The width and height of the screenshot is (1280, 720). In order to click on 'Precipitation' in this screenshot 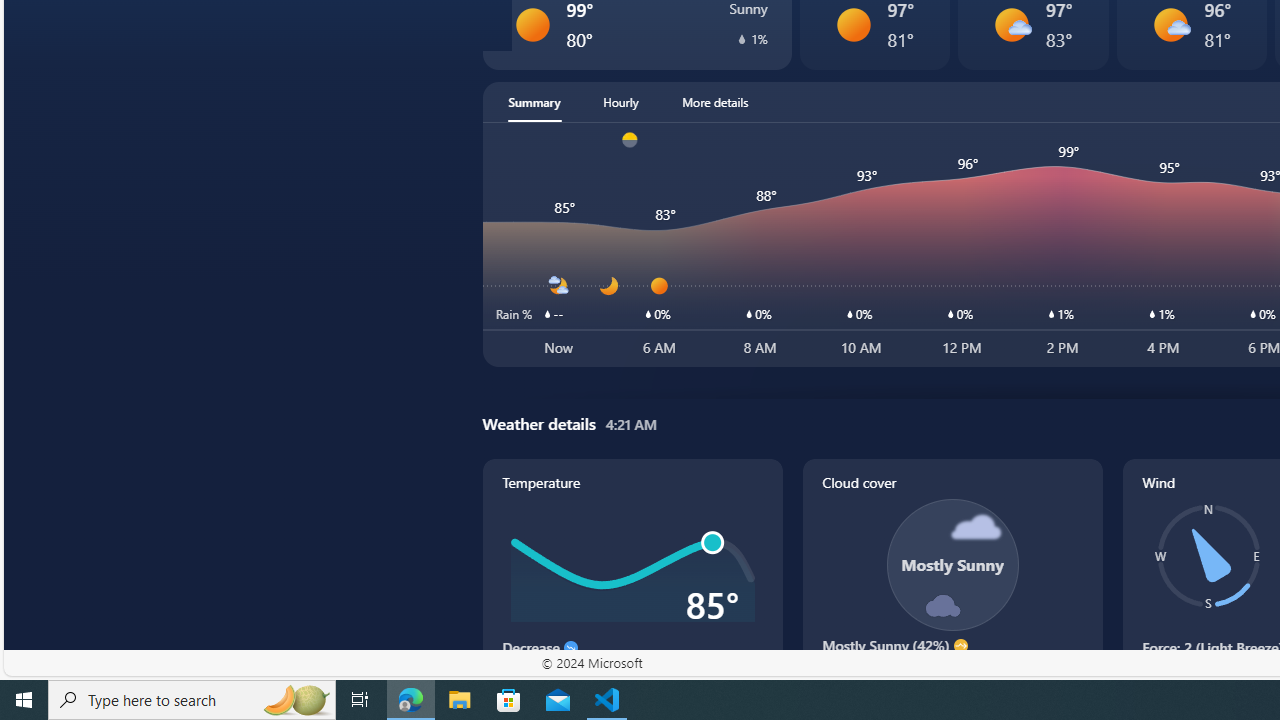, I will do `click(741, 38)`.